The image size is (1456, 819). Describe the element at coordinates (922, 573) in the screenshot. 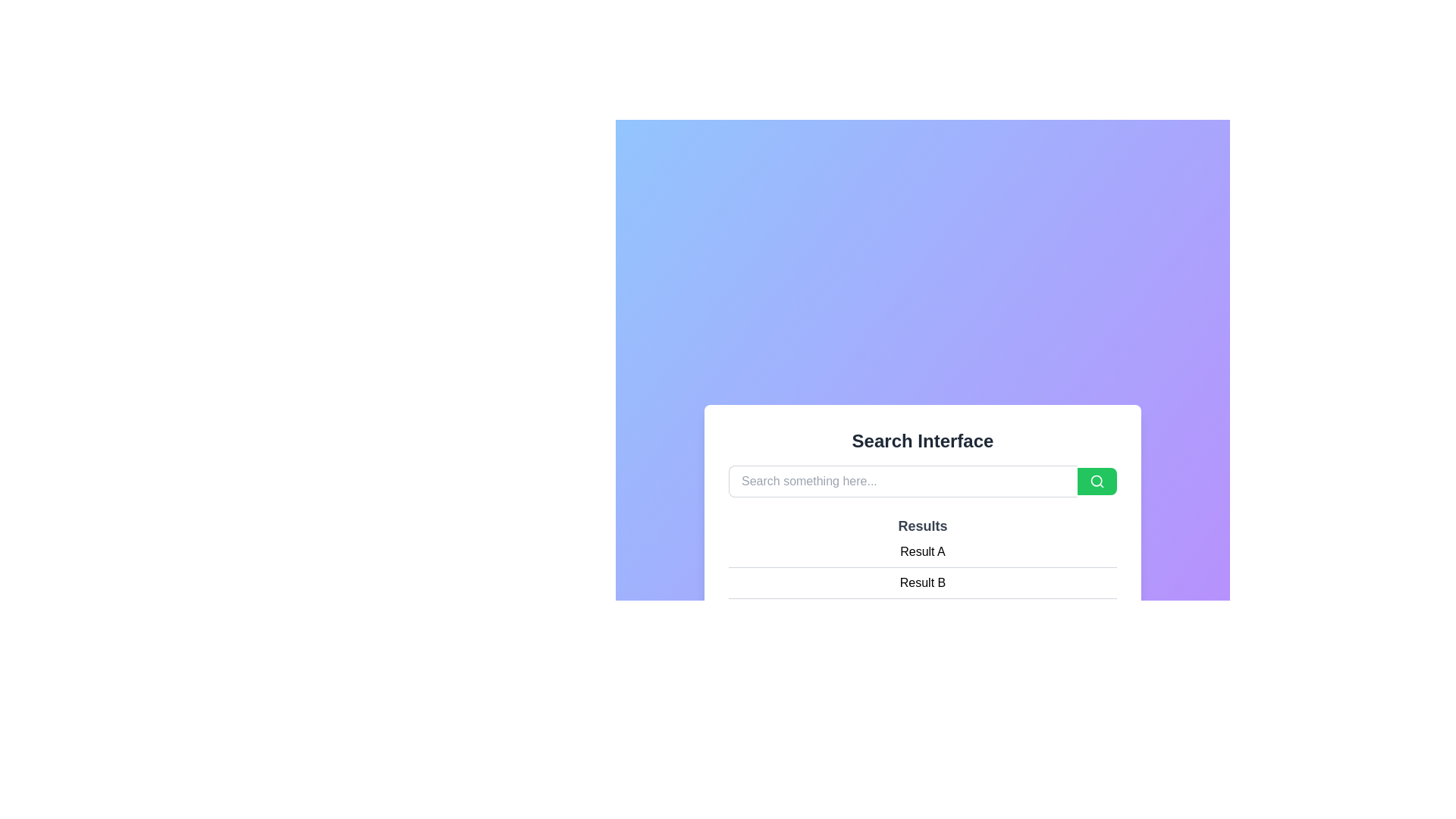

I see `the Results List Section which displays a labeled list of results with the header 'Results' and items such as 'Result A' and 'Result B'` at that location.